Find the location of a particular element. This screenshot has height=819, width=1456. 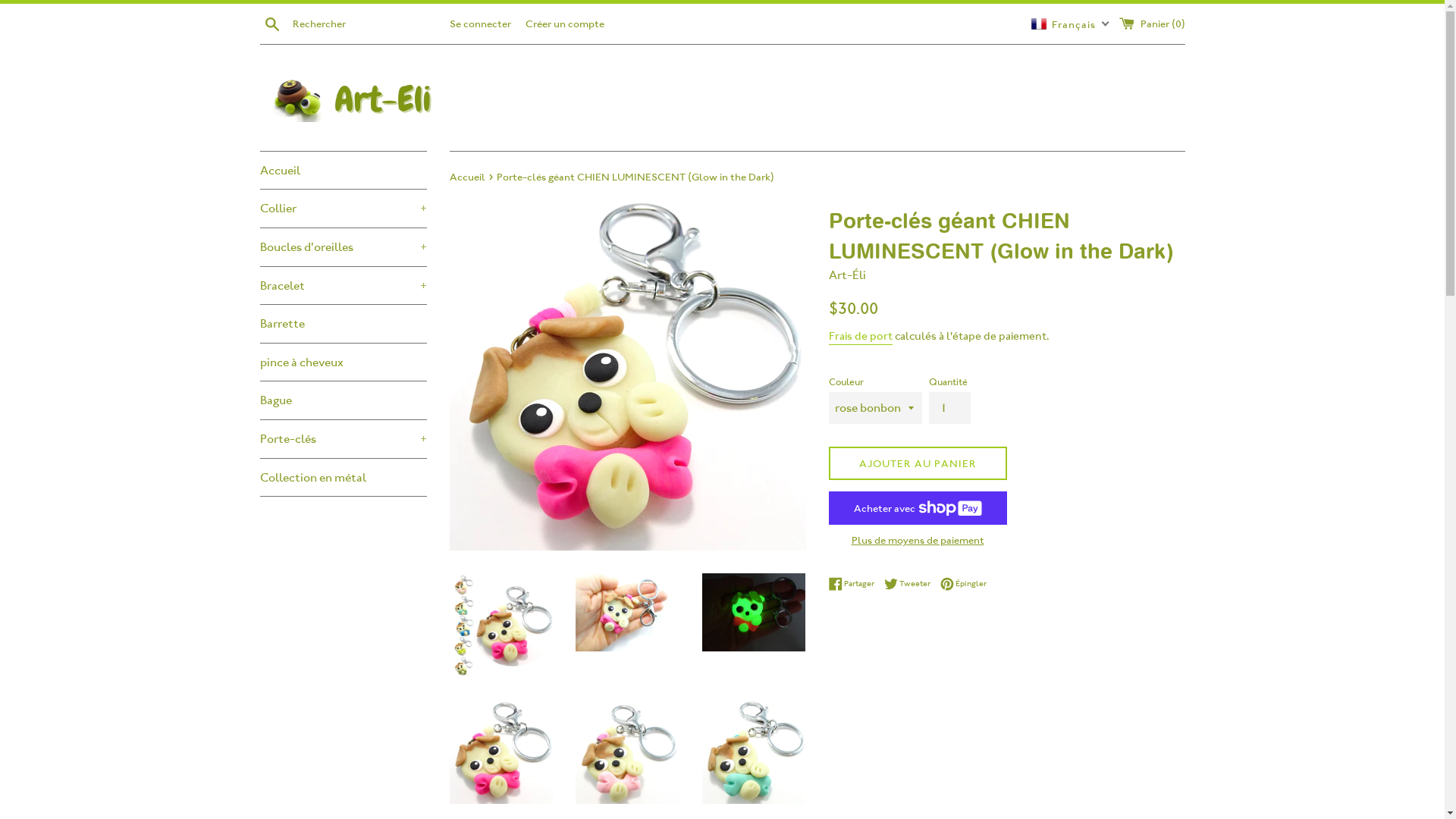

'Recherche' is located at coordinates (259, 23).